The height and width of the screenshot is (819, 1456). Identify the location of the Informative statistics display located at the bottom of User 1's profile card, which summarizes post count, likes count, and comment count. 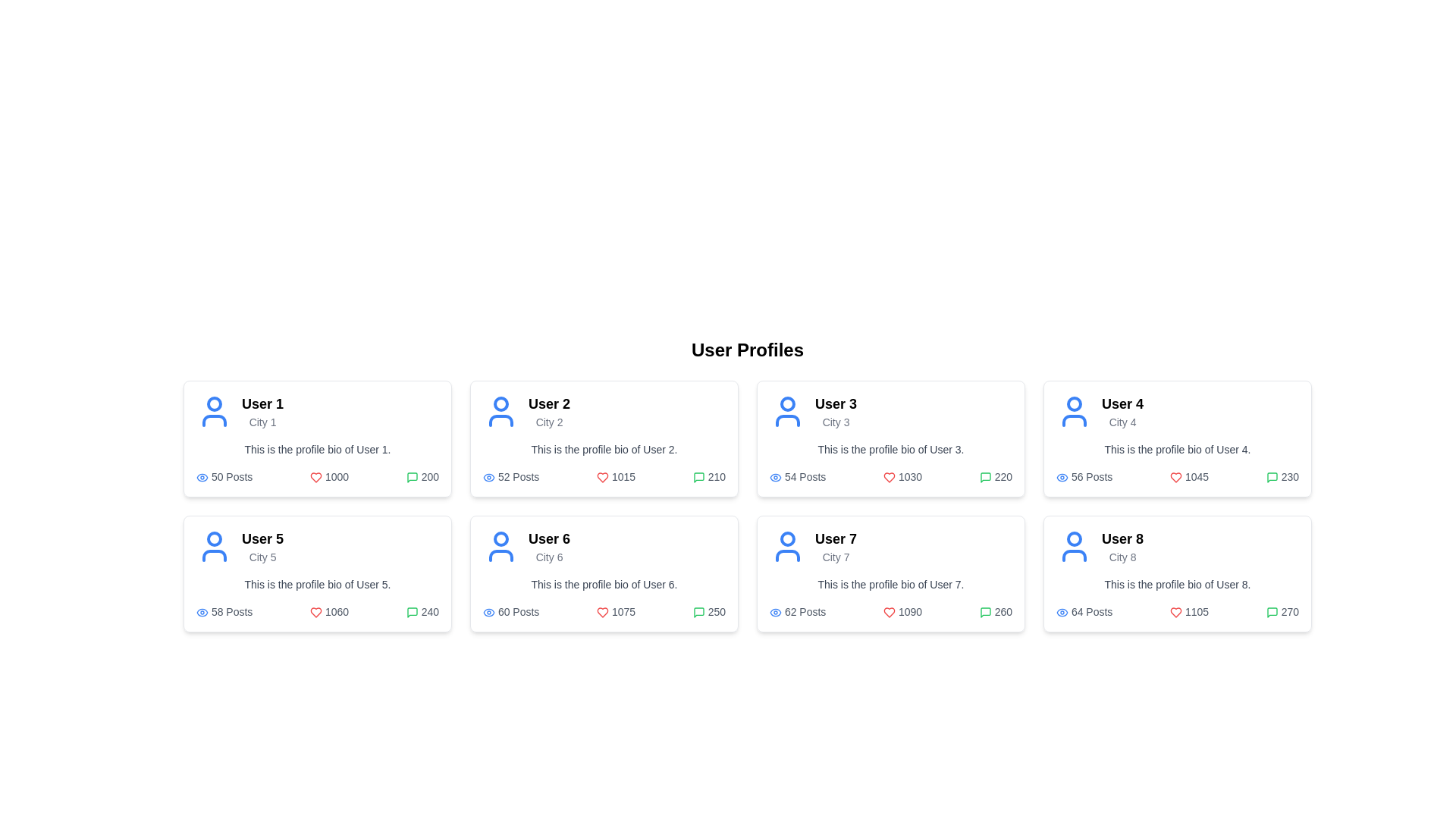
(316, 475).